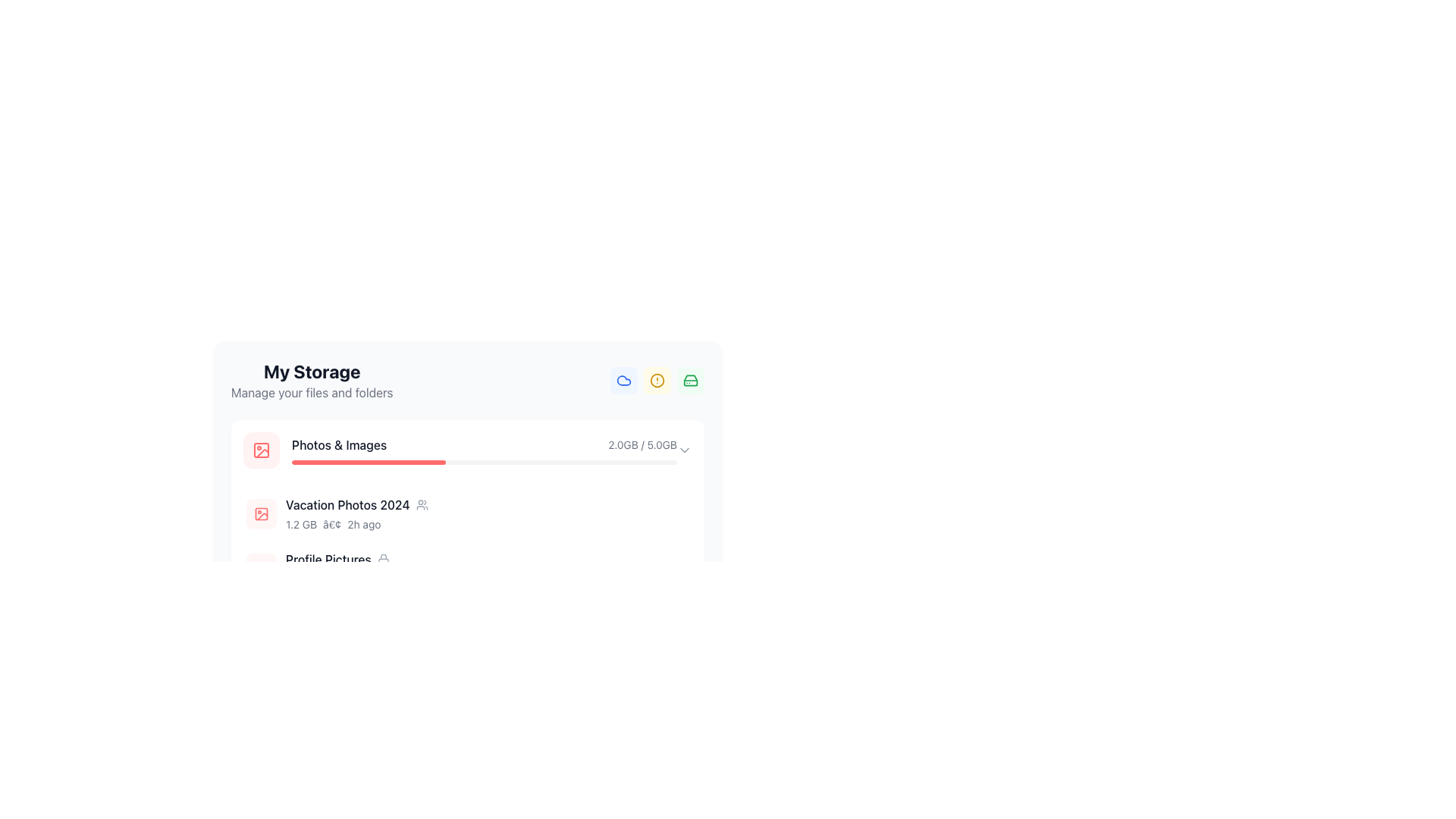  Describe the element at coordinates (467, 450) in the screenshot. I see `the first list item styled as a rectangular card labeled 'Photos & Images' in the central content area` at that location.